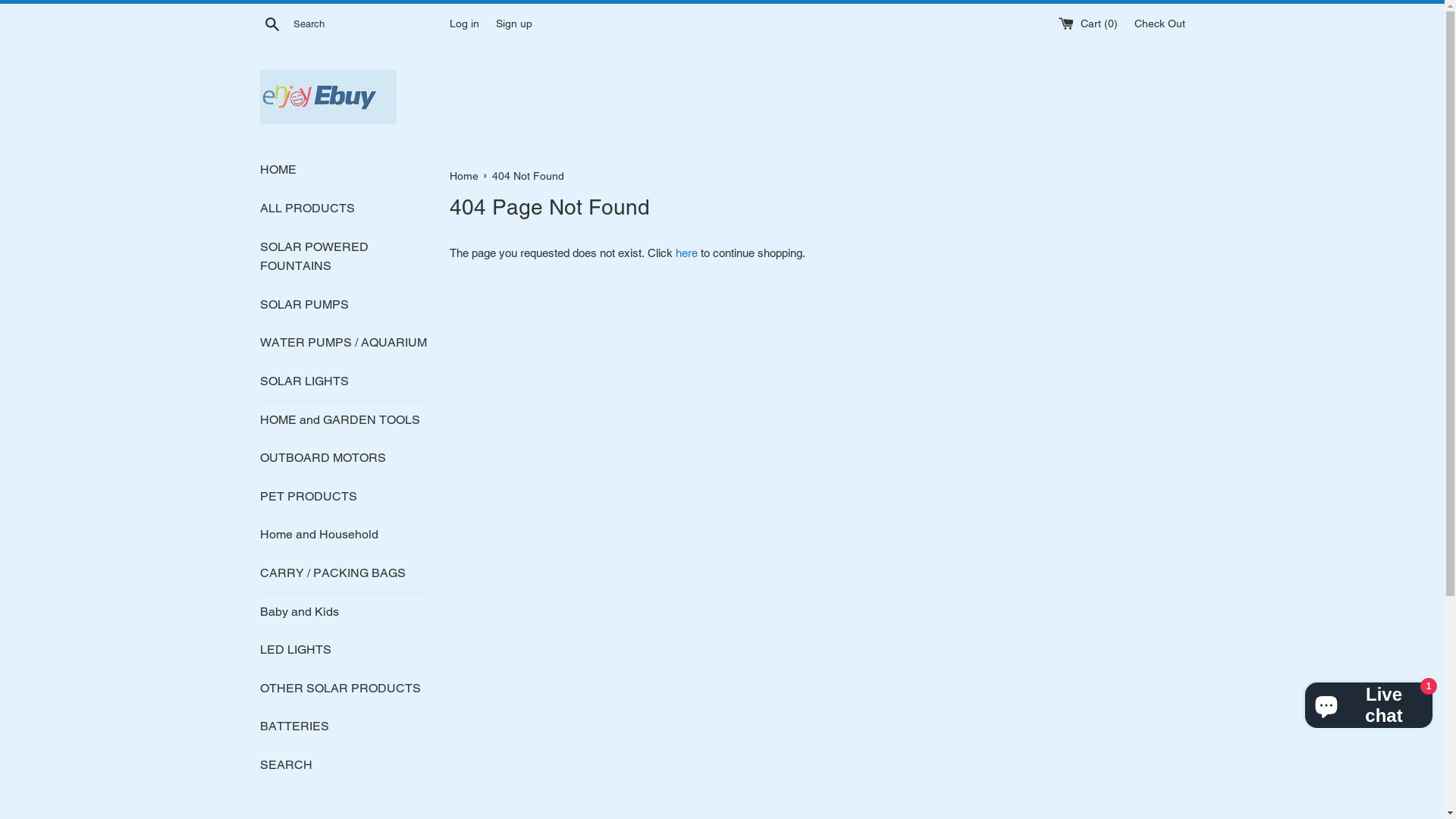 The height and width of the screenshot is (819, 1456). I want to click on 'OTHER SOLAR PRODUCTS', so click(341, 688).